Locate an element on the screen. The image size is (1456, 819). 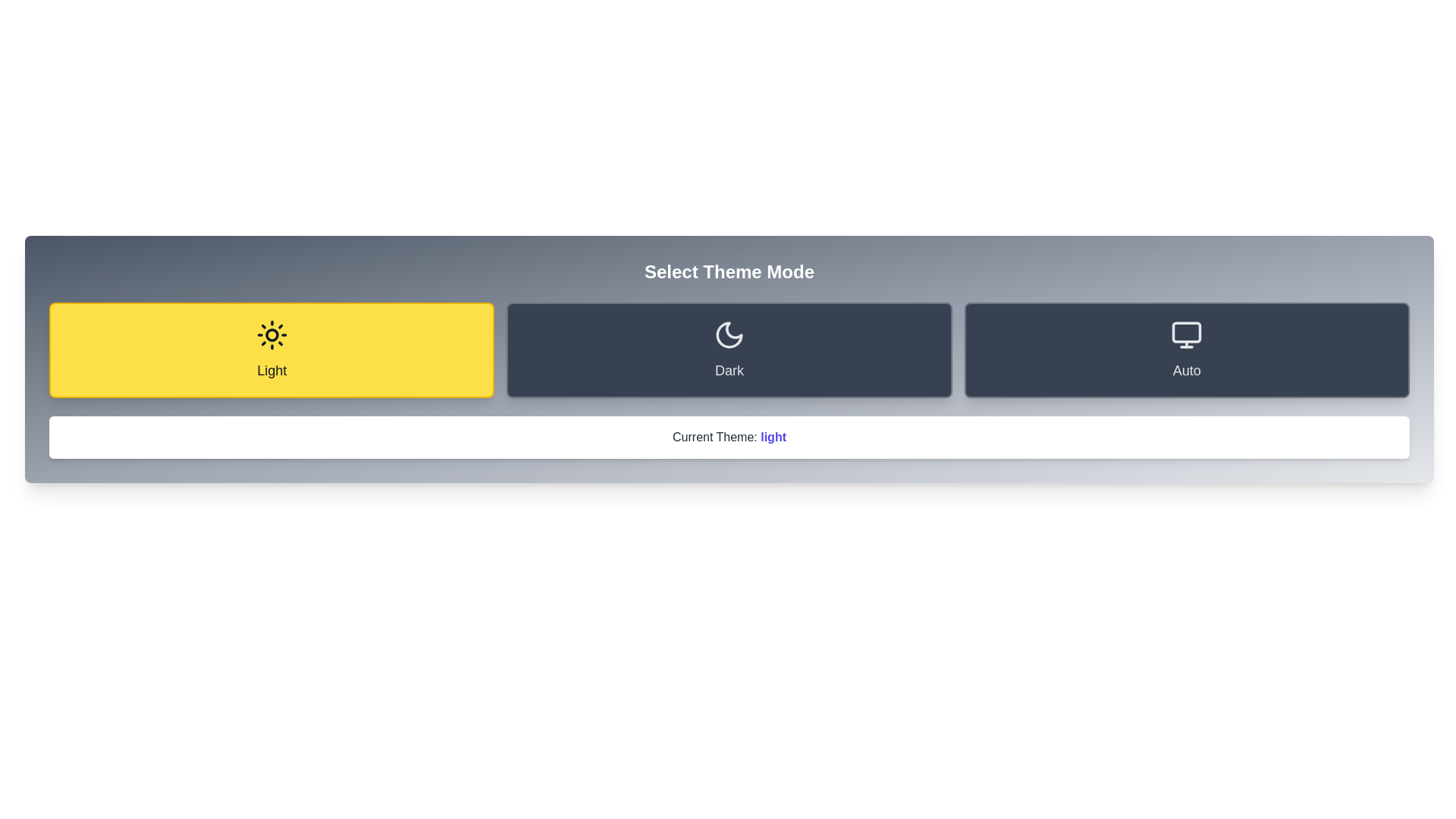
the static text component that displays the currently selected theme, which shows 'Current Theme: light' in bold blue text on a white background is located at coordinates (729, 438).